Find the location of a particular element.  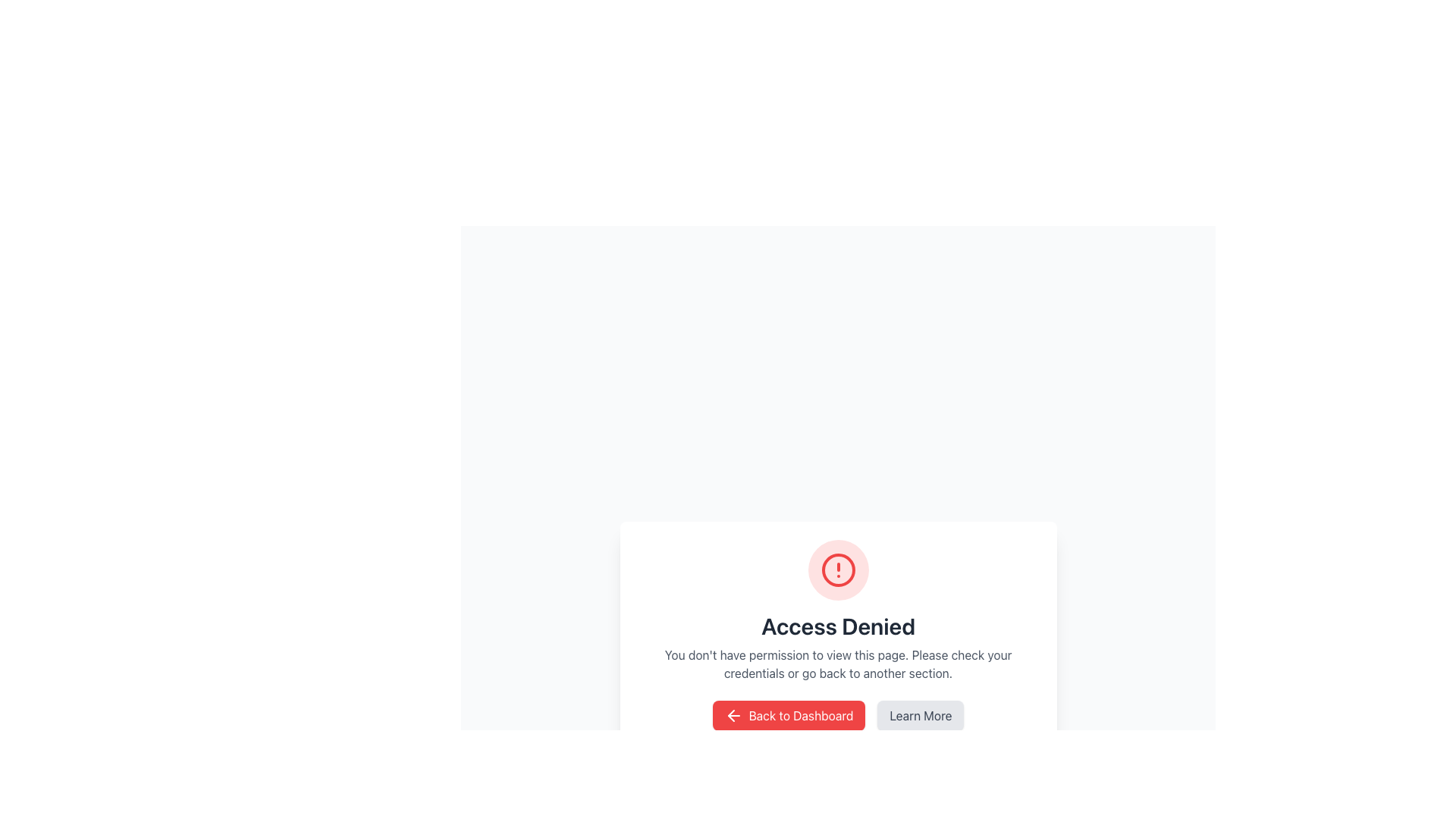

the warning icon that indicates an error, which is located above the 'Access Denied' text in the dialog box is located at coordinates (837, 570).